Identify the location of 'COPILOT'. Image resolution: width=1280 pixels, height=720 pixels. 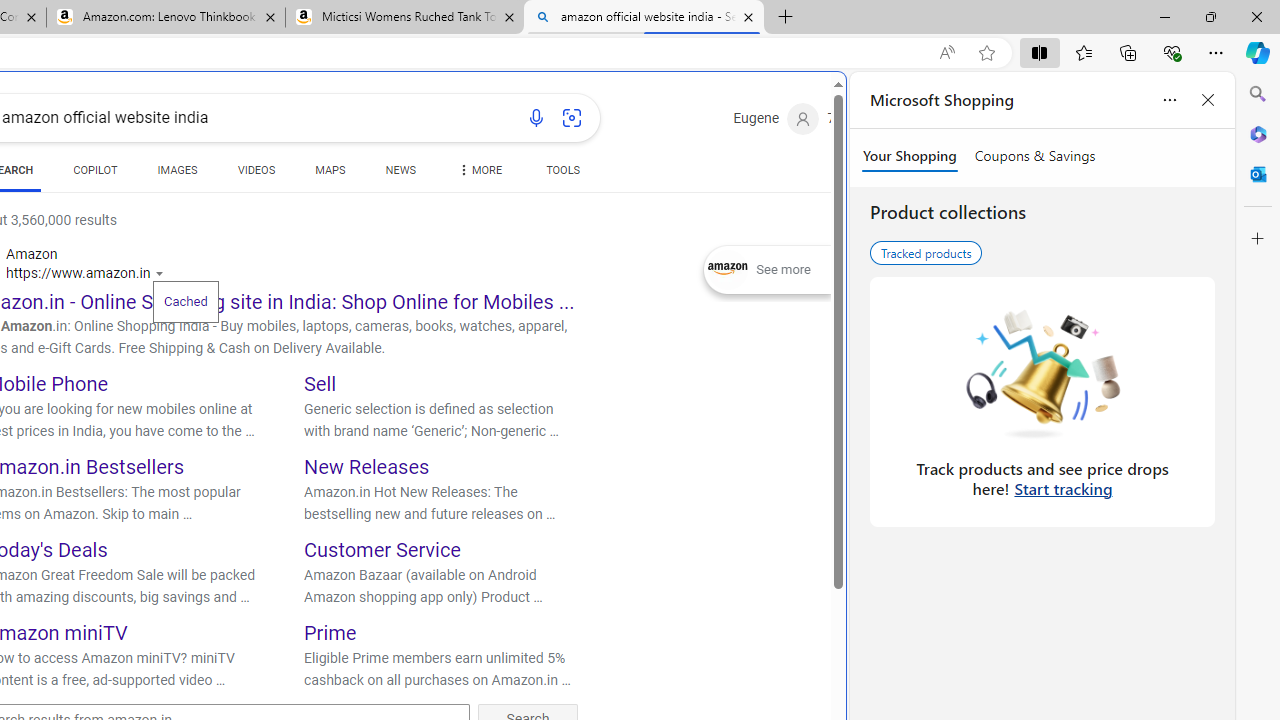
(94, 172).